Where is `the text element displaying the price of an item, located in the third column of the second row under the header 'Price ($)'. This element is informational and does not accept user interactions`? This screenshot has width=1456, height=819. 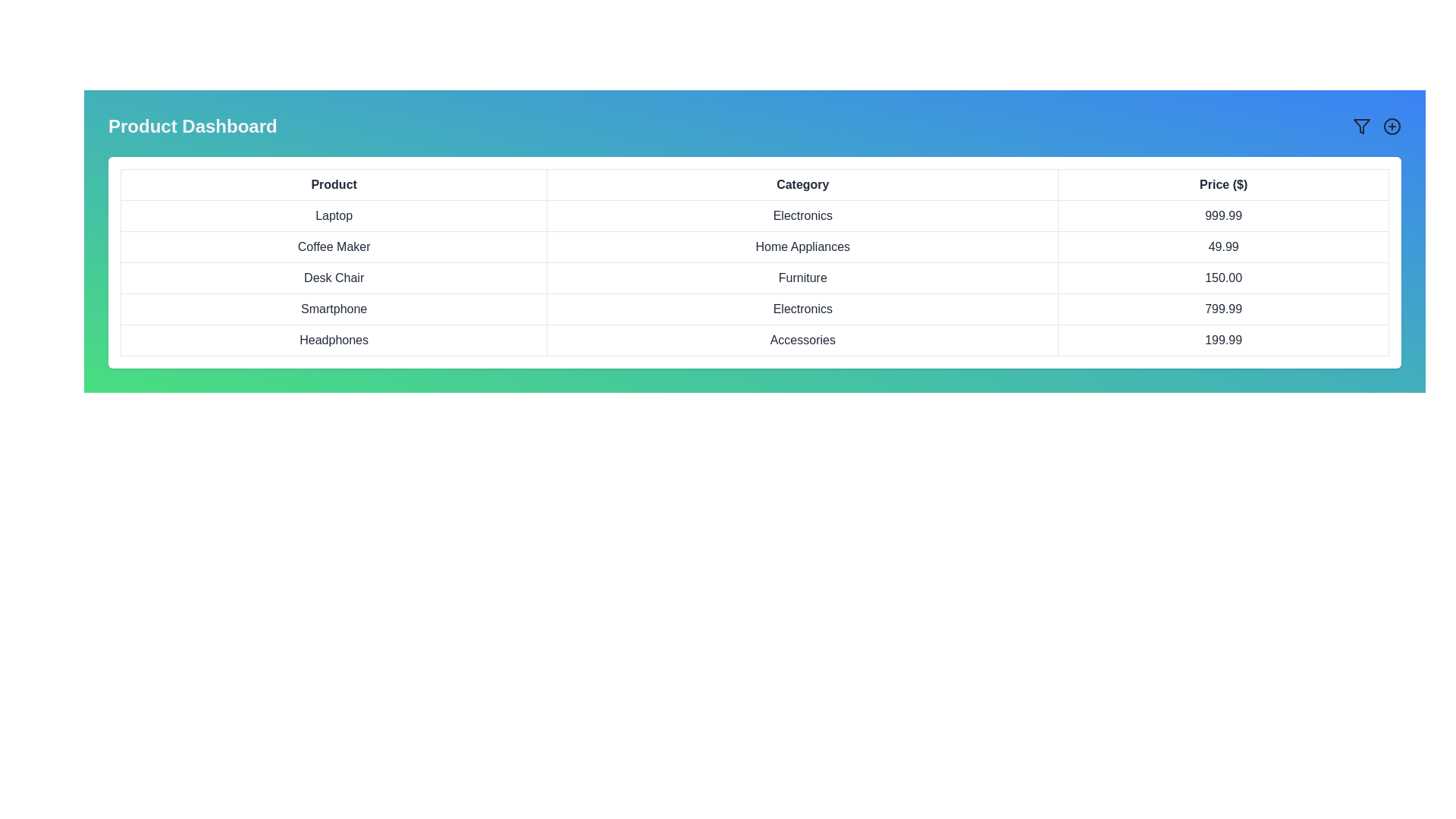 the text element displaying the price of an item, located in the third column of the second row under the header 'Price ($)'. This element is informational and does not accept user interactions is located at coordinates (1223, 246).